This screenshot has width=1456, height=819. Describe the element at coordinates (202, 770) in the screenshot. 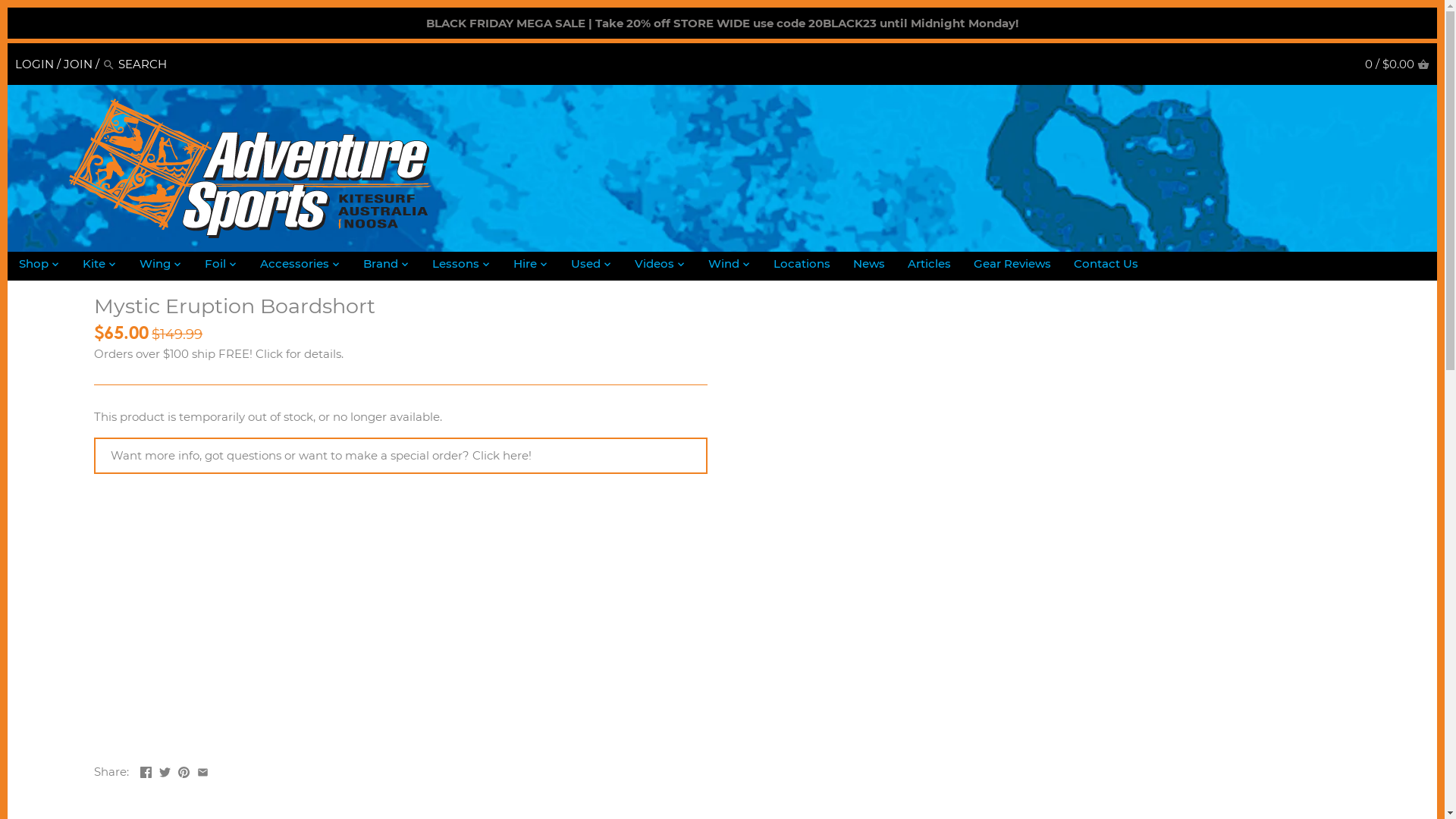

I see `'Email'` at that location.